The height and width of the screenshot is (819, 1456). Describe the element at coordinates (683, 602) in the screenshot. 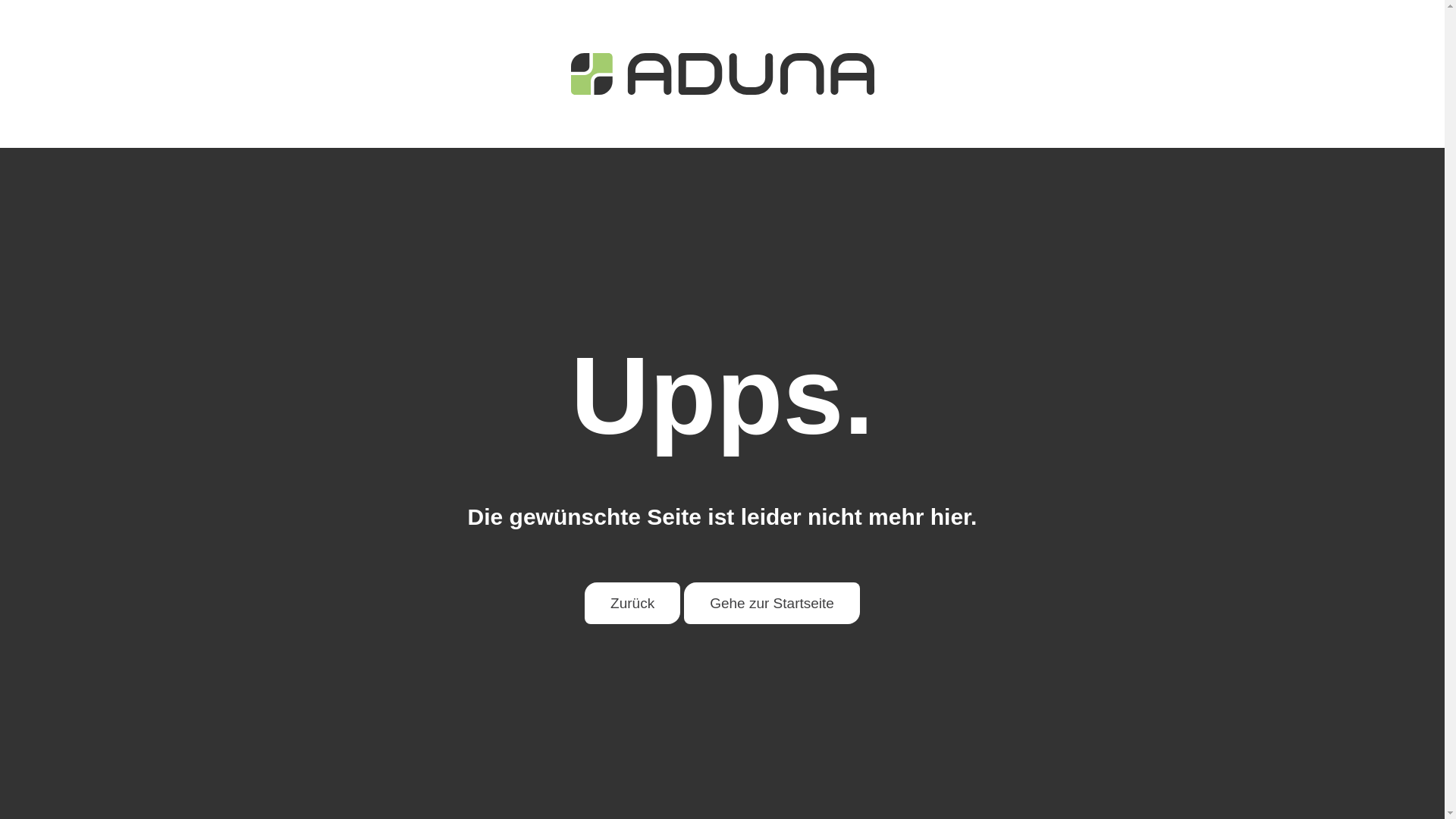

I see `'Gehe zur Startseite'` at that location.